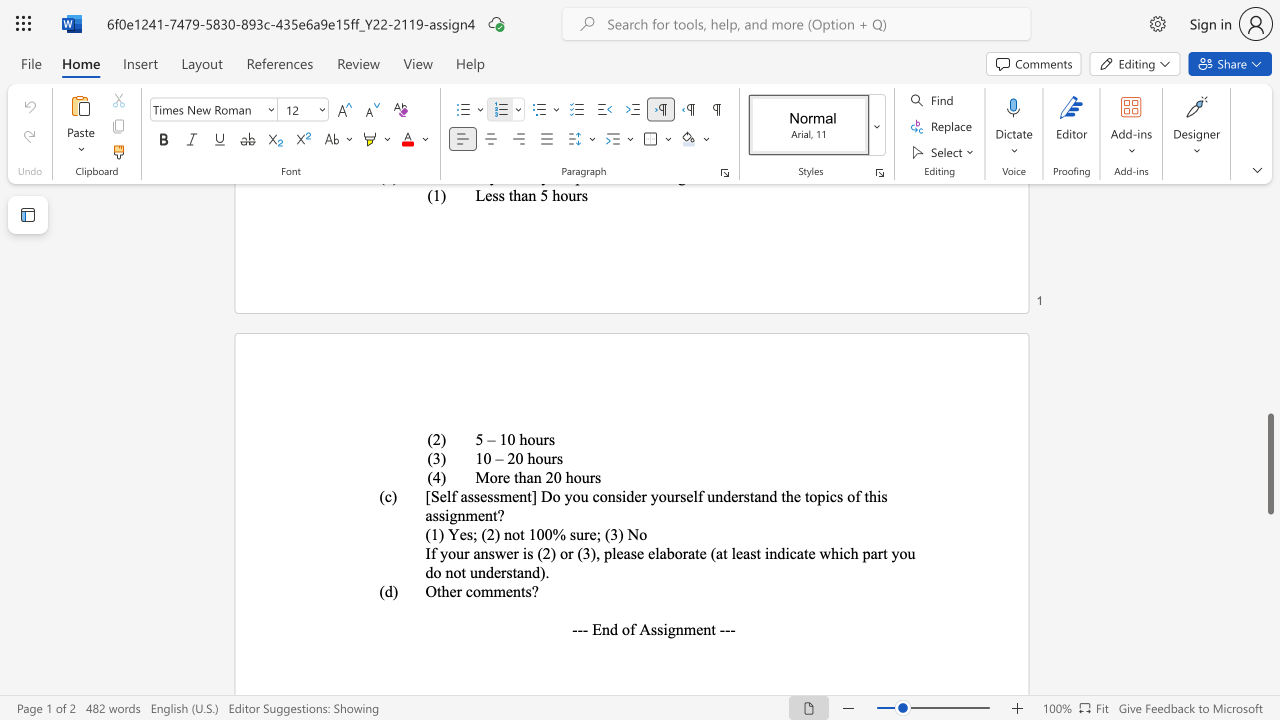  I want to click on the 1th character "–" in the text, so click(499, 458).